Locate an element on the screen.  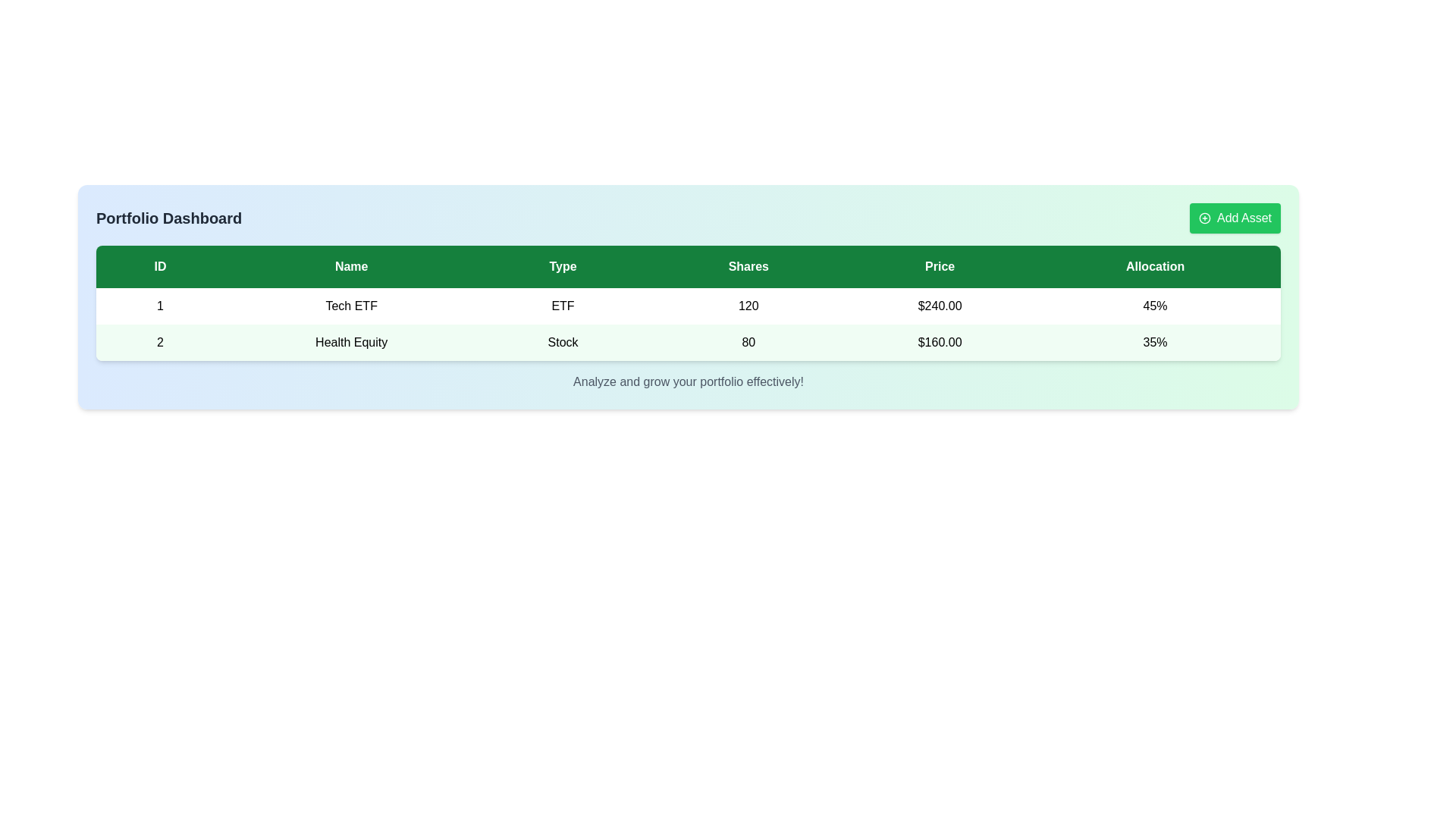
the 'Price' column header text label in the table, which is the fifth column header and is centrally aligned within its cell is located at coordinates (939, 265).